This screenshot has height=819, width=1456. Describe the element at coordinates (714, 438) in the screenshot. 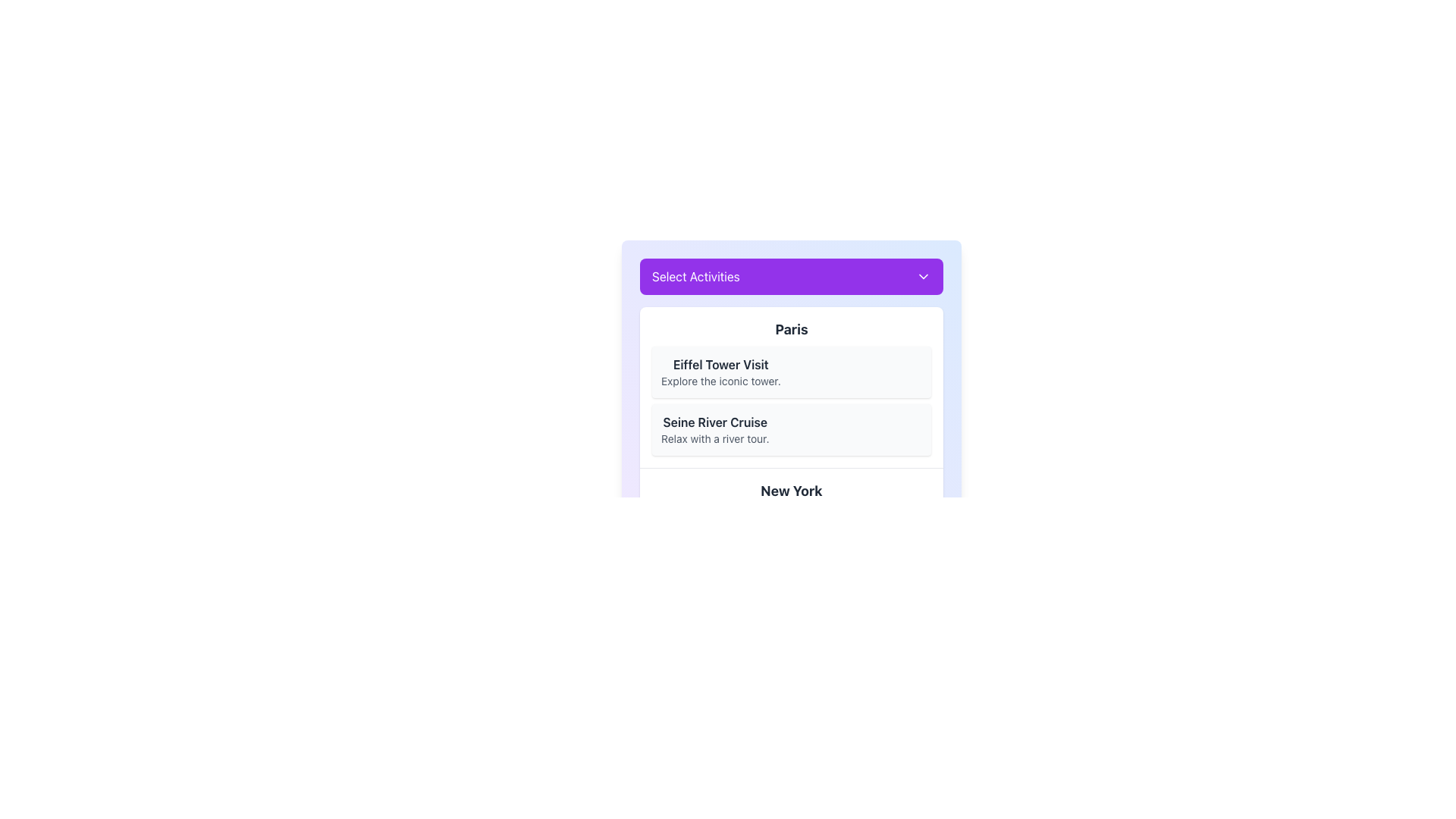

I see `the descriptive text label providing information about the 'Seine River Cruise' activity, positioned below the title in the Paris section of the page` at that location.